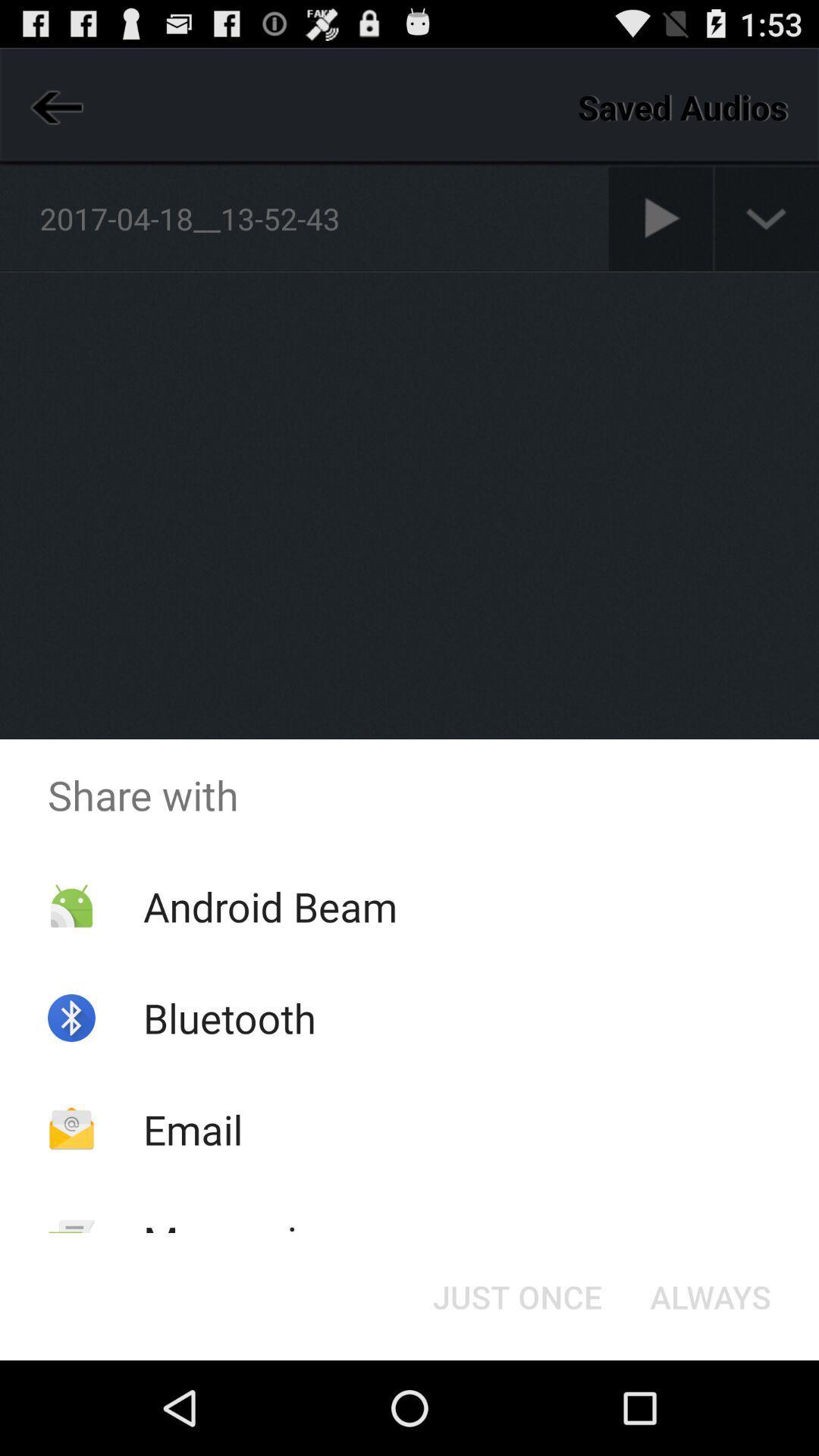  I want to click on the button at the bottom, so click(516, 1295).